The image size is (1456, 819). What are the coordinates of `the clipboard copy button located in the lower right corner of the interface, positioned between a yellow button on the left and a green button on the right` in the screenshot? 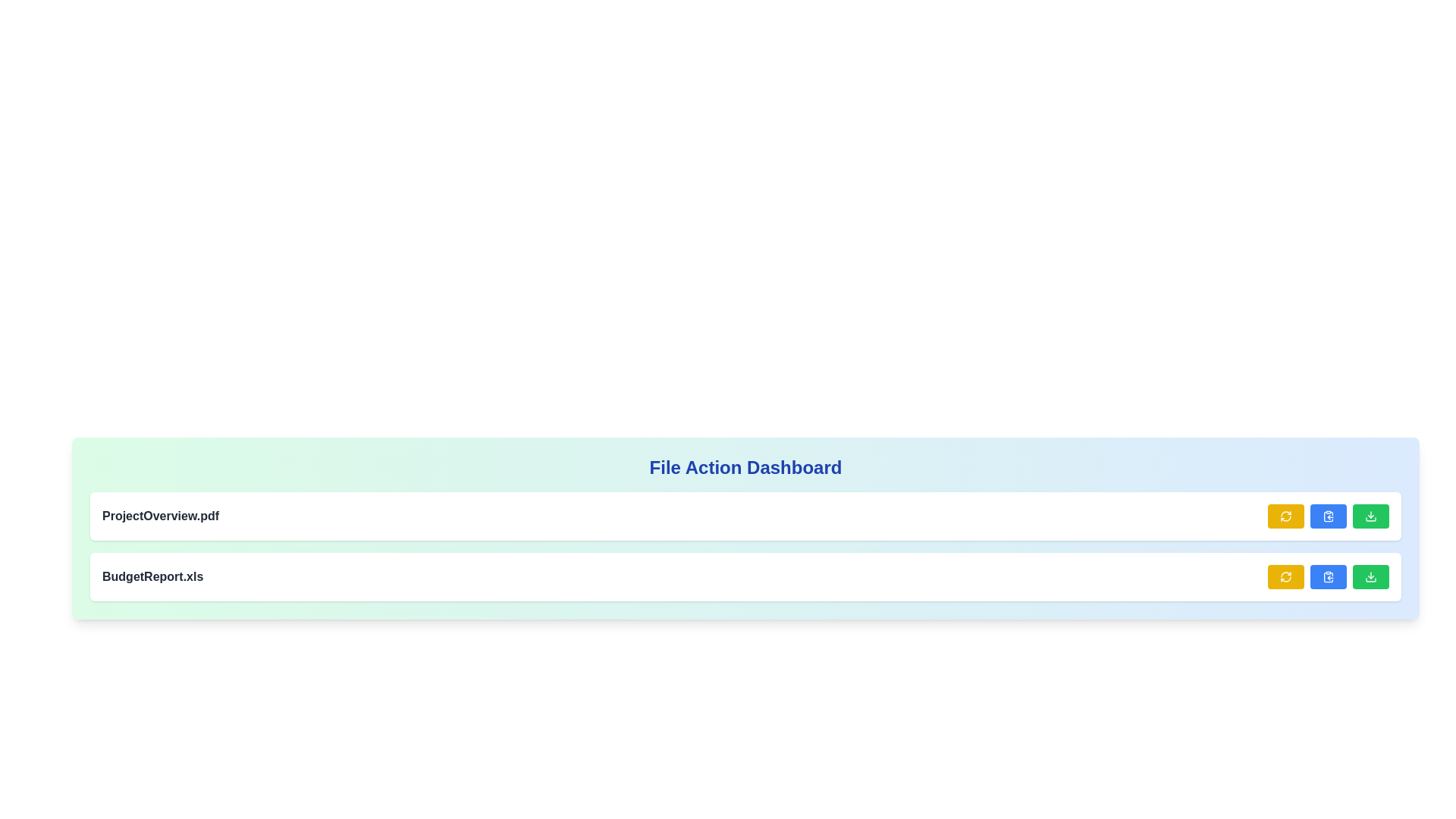 It's located at (1328, 516).